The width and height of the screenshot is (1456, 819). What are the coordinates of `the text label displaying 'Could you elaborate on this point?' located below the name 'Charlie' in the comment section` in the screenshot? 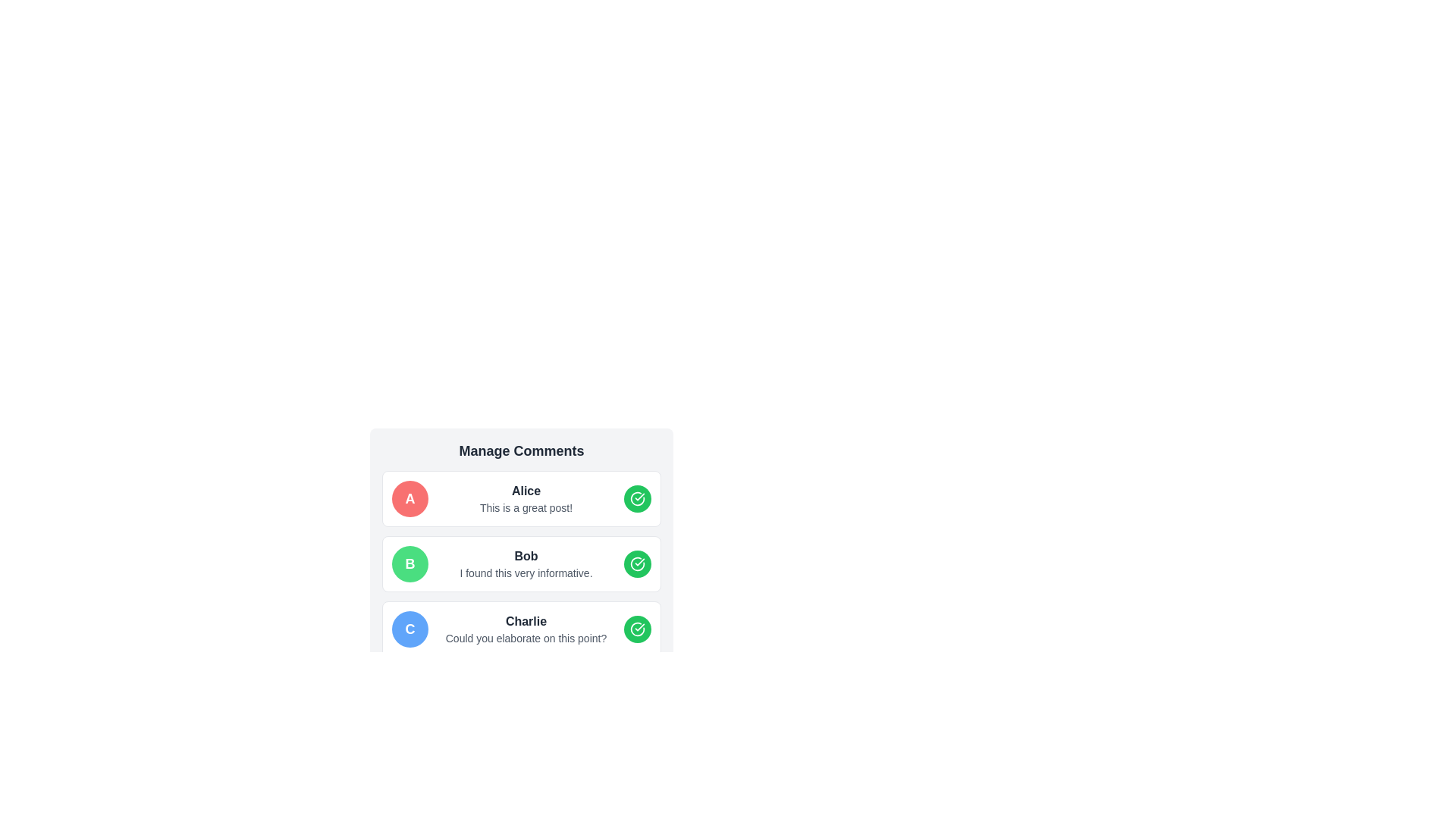 It's located at (526, 638).